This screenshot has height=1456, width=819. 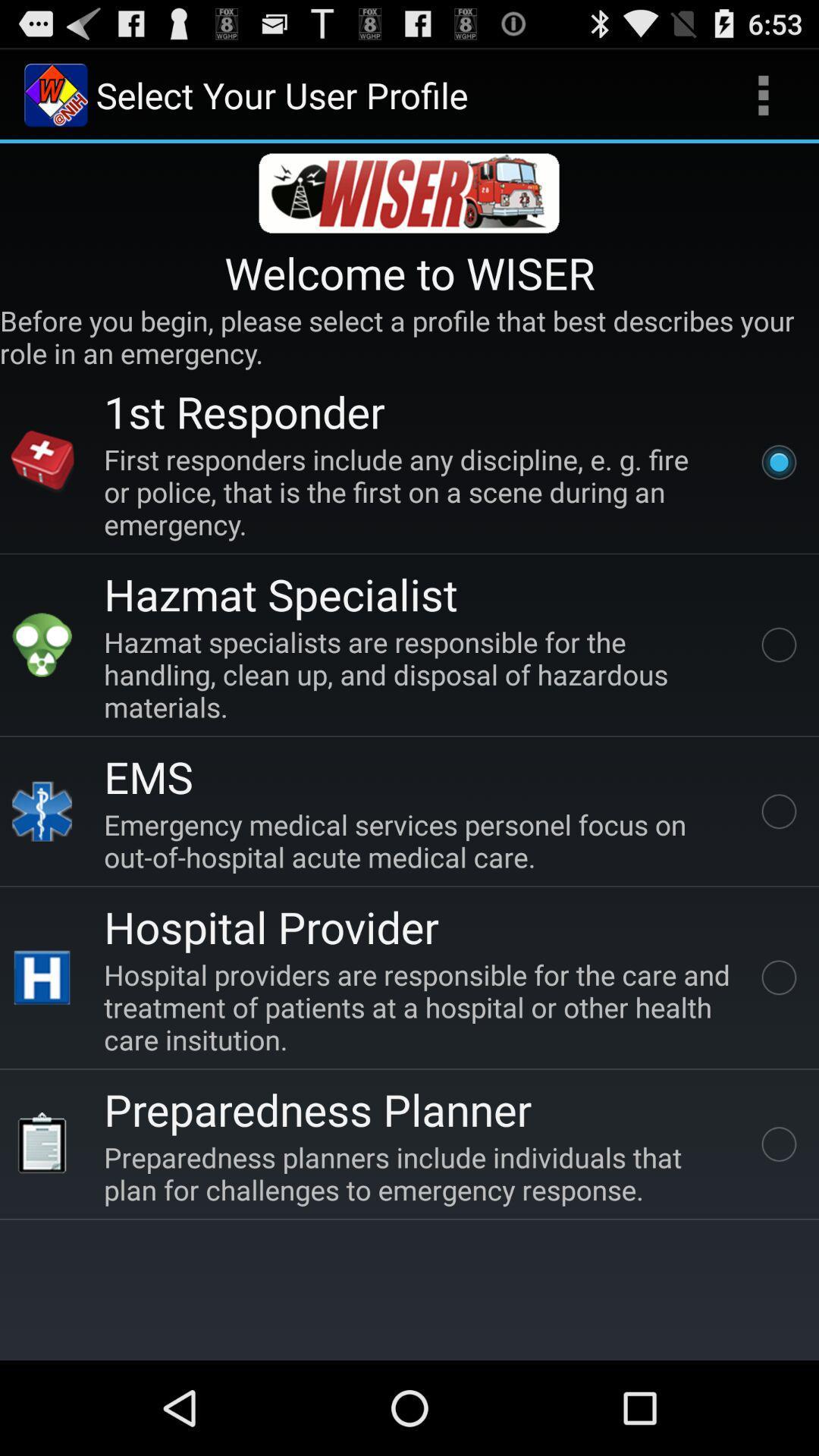 What do you see at coordinates (243, 411) in the screenshot?
I see `the app above the first responders include icon` at bounding box center [243, 411].